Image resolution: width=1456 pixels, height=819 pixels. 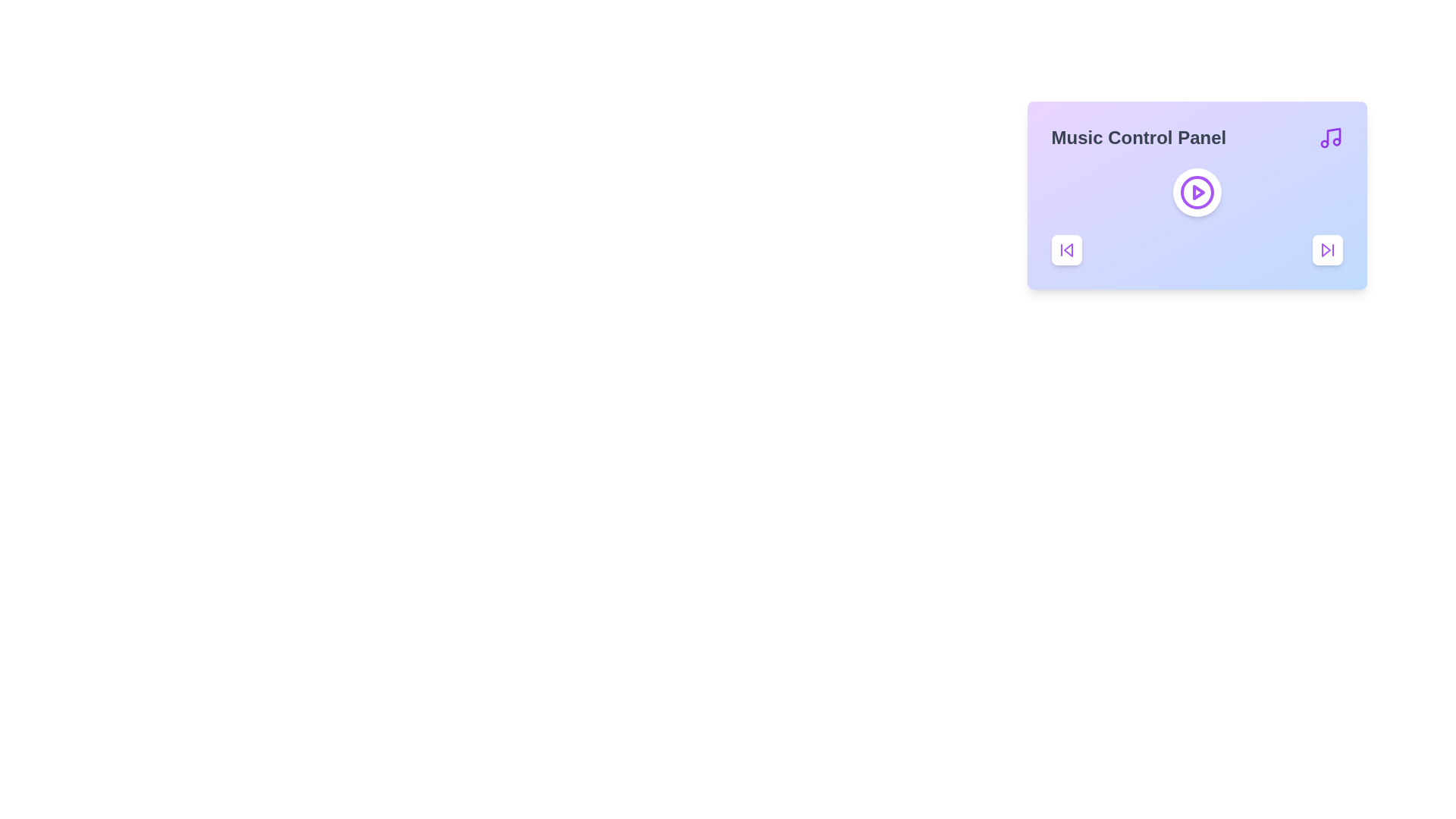 What do you see at coordinates (1196, 192) in the screenshot?
I see `the Play button located in the center of the Music Control Panel` at bounding box center [1196, 192].